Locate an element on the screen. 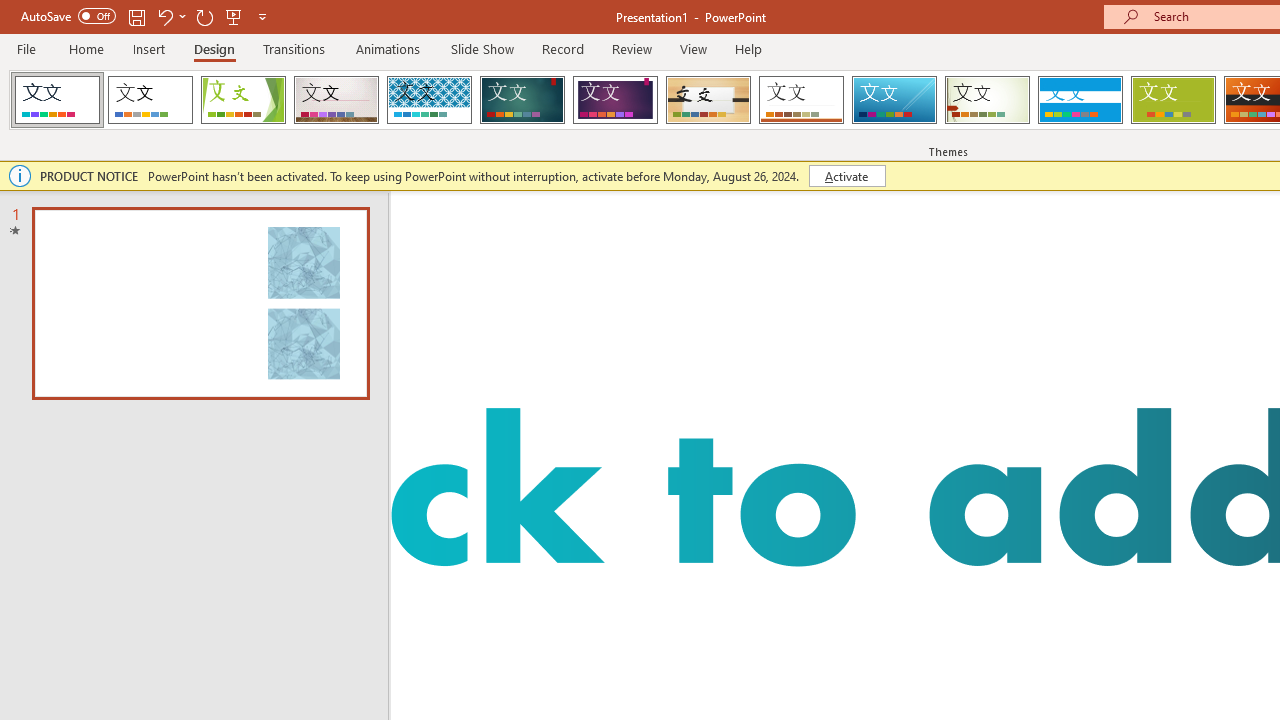 This screenshot has width=1280, height=720. 'Ion' is located at coordinates (522, 100).